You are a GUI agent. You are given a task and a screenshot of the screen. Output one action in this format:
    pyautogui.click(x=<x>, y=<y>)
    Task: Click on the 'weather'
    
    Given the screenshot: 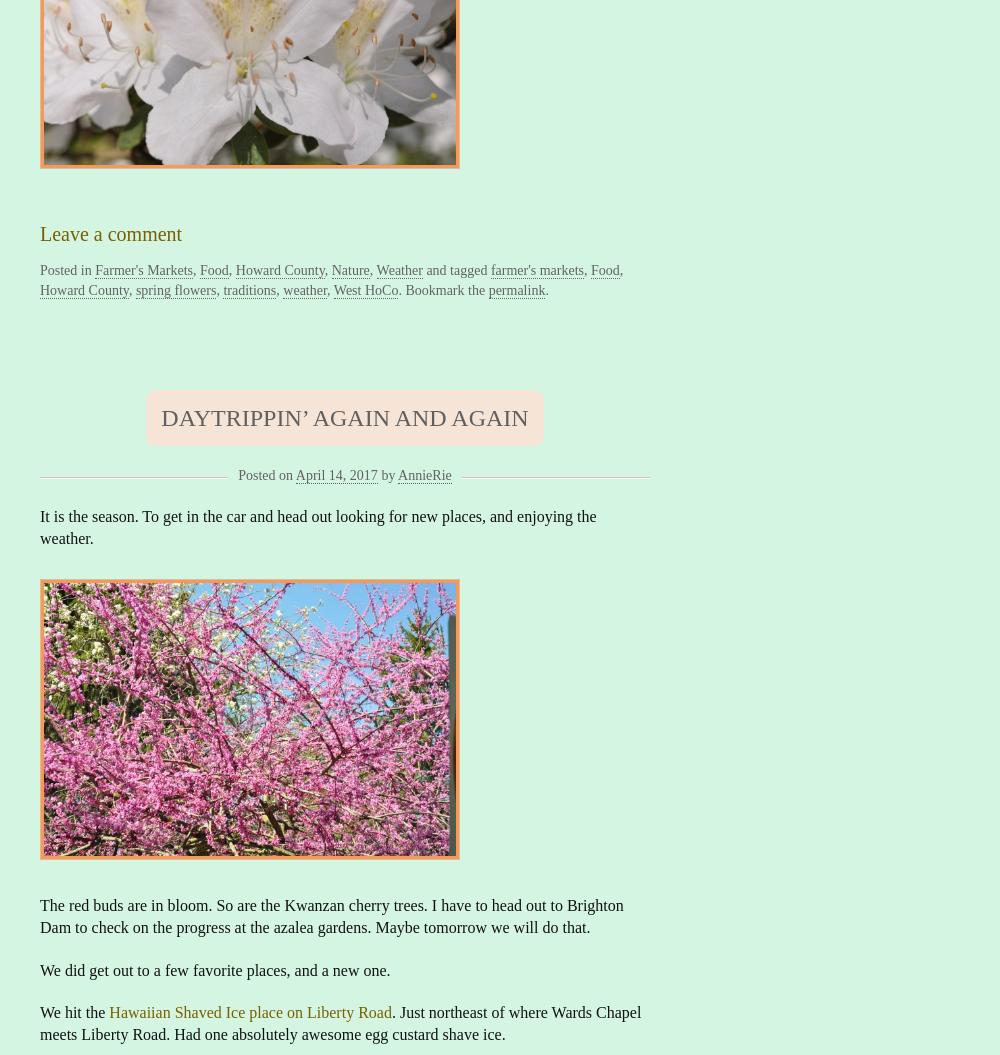 What is the action you would take?
    pyautogui.click(x=305, y=289)
    